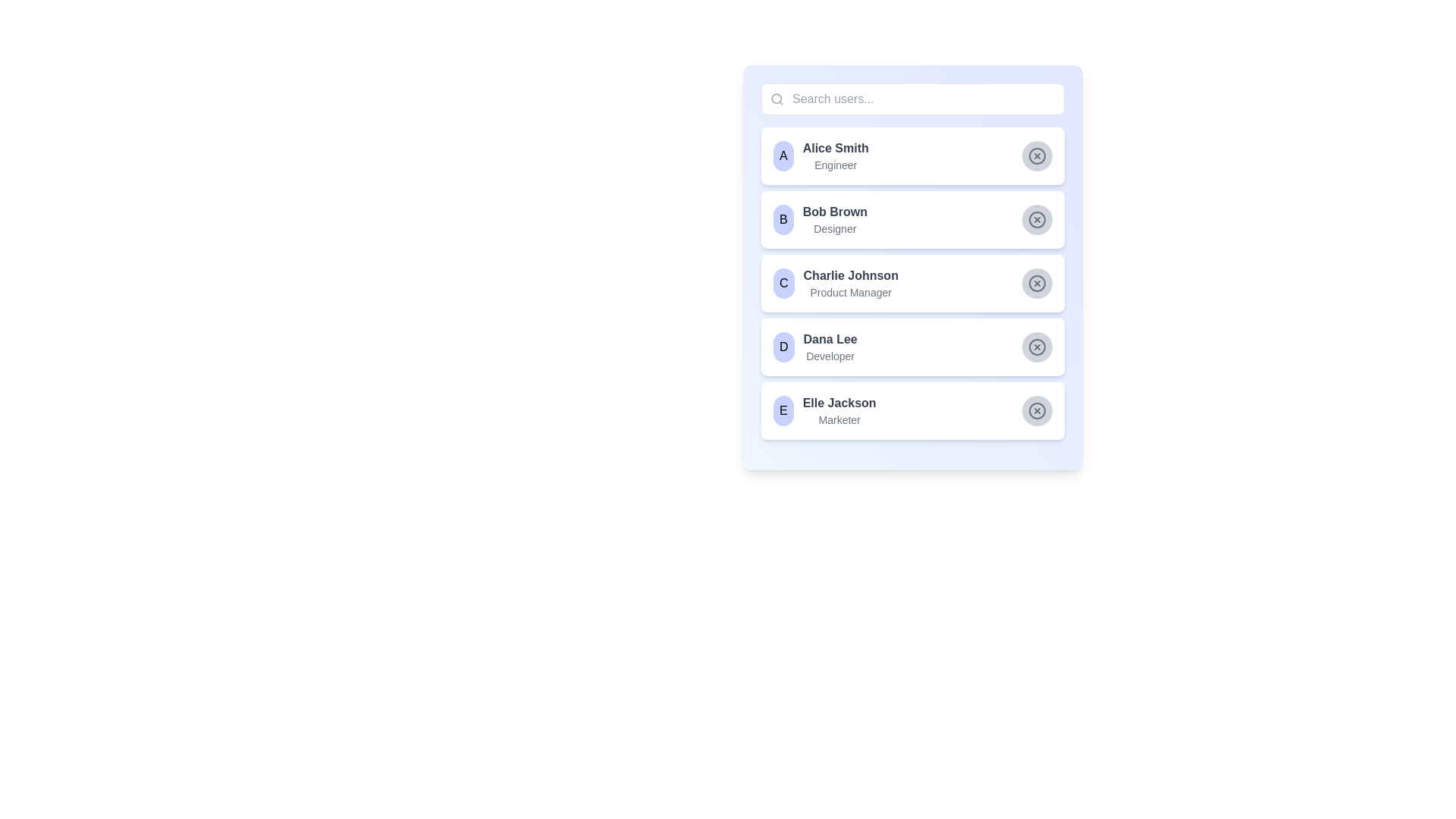 This screenshot has height=819, width=1456. What do you see at coordinates (814, 347) in the screenshot?
I see `the Profile item for 'Dana Lee', which features a circular icon with 'D' on a lavender background and the text 'Dana Lee, Developer'` at bounding box center [814, 347].